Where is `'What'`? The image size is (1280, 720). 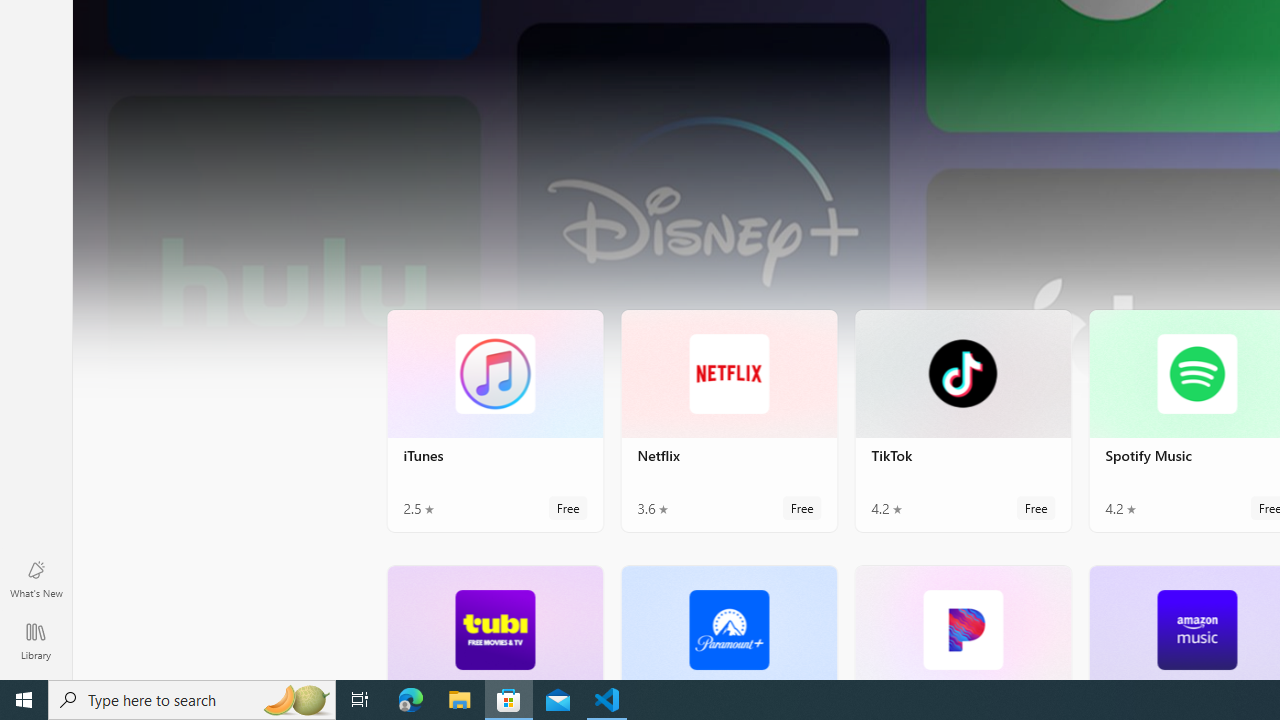
'What' is located at coordinates (35, 578).